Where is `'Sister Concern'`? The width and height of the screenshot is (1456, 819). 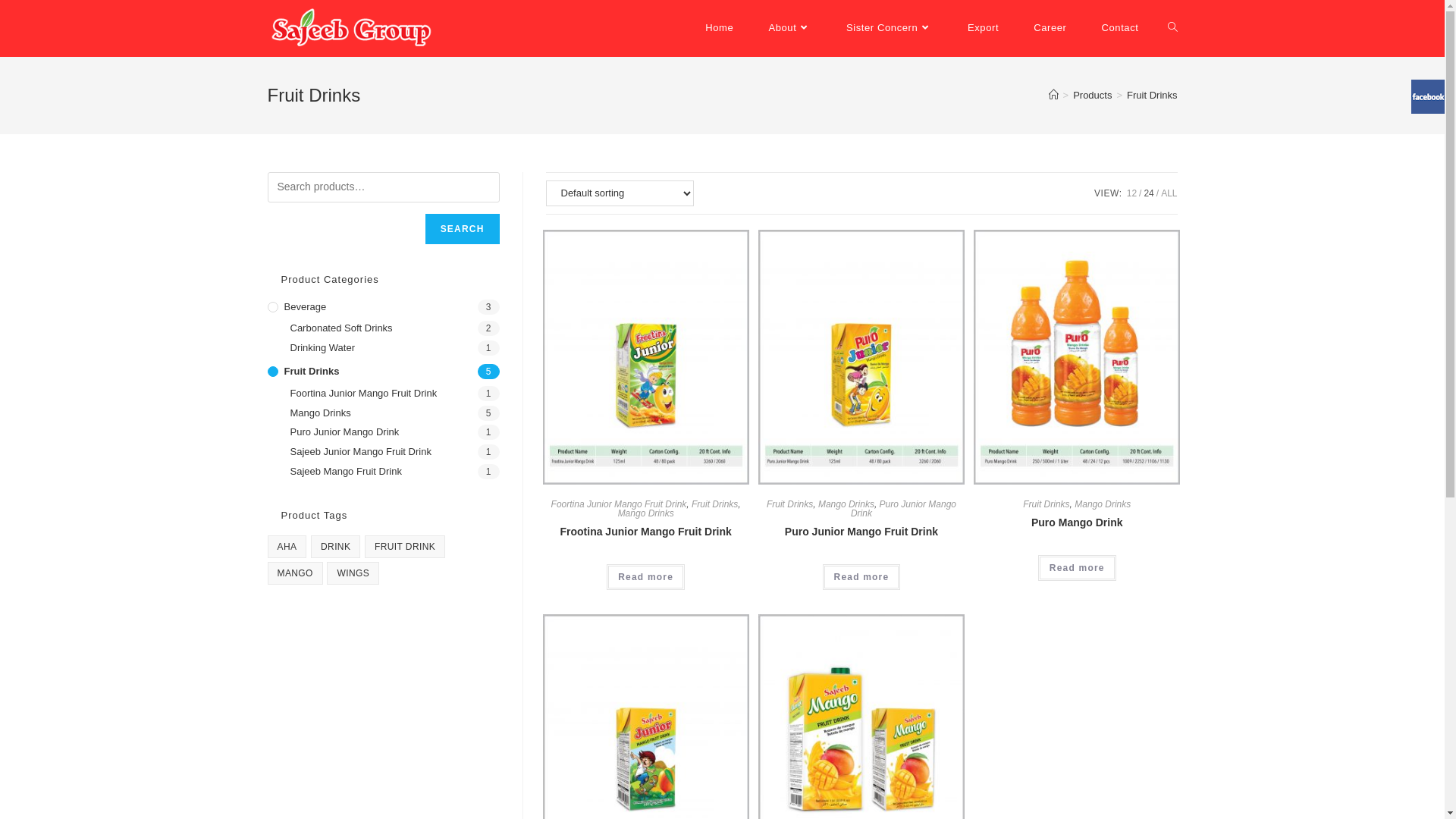 'Sister Concern' is located at coordinates (889, 28).